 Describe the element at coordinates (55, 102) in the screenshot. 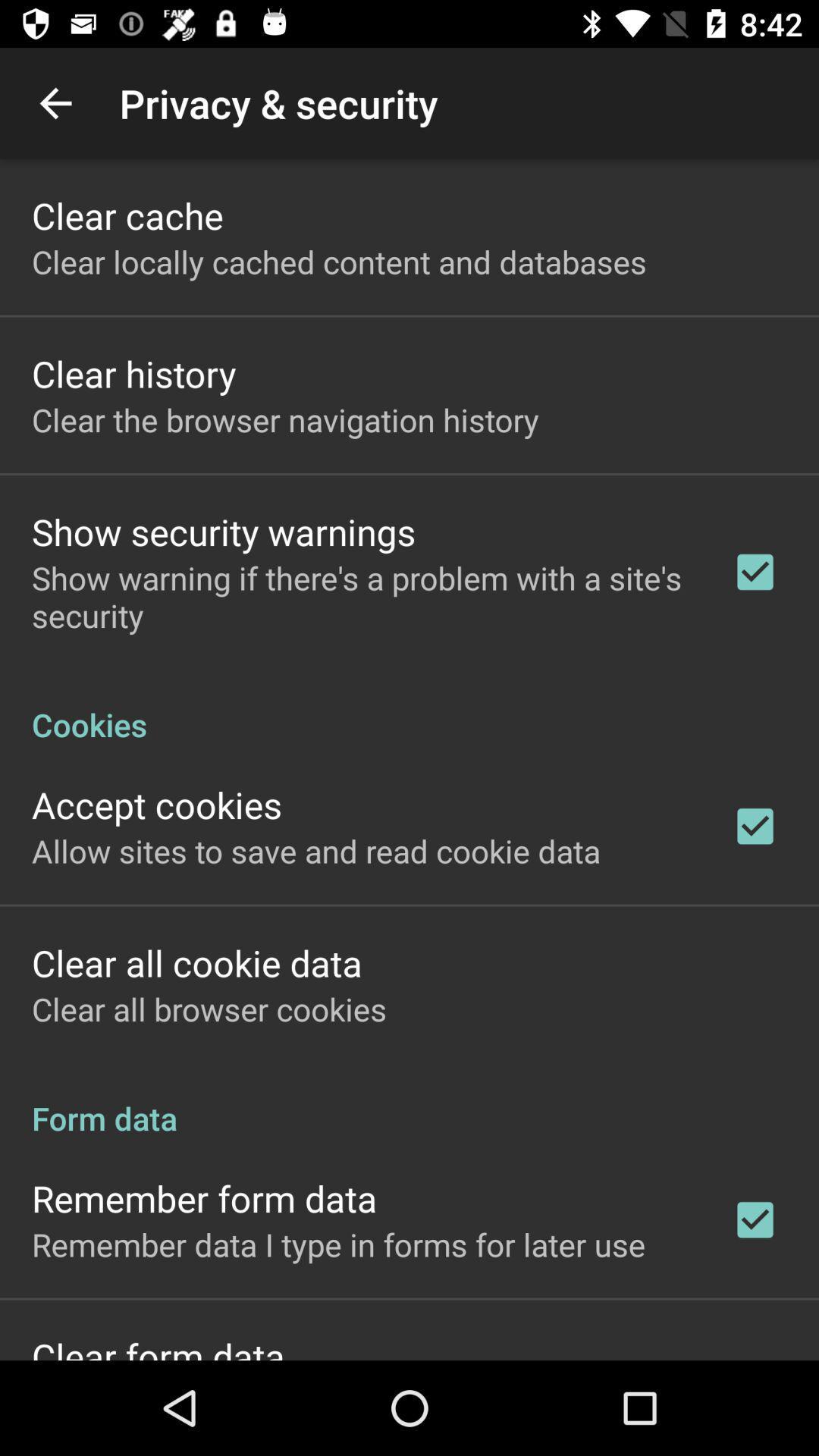

I see `the icon next to privacy & security icon` at that location.